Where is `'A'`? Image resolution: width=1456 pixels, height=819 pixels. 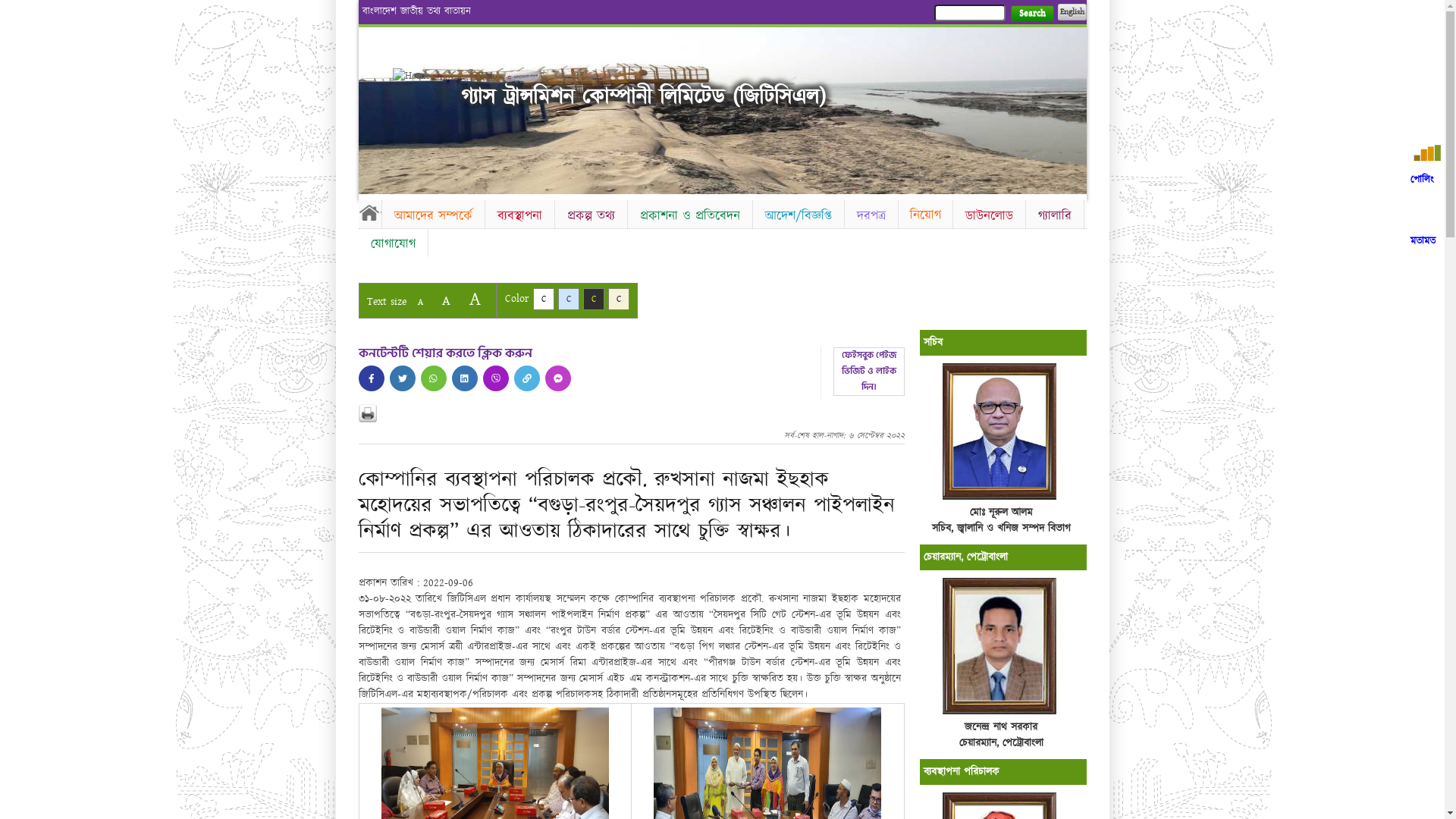
'A' is located at coordinates (473, 299).